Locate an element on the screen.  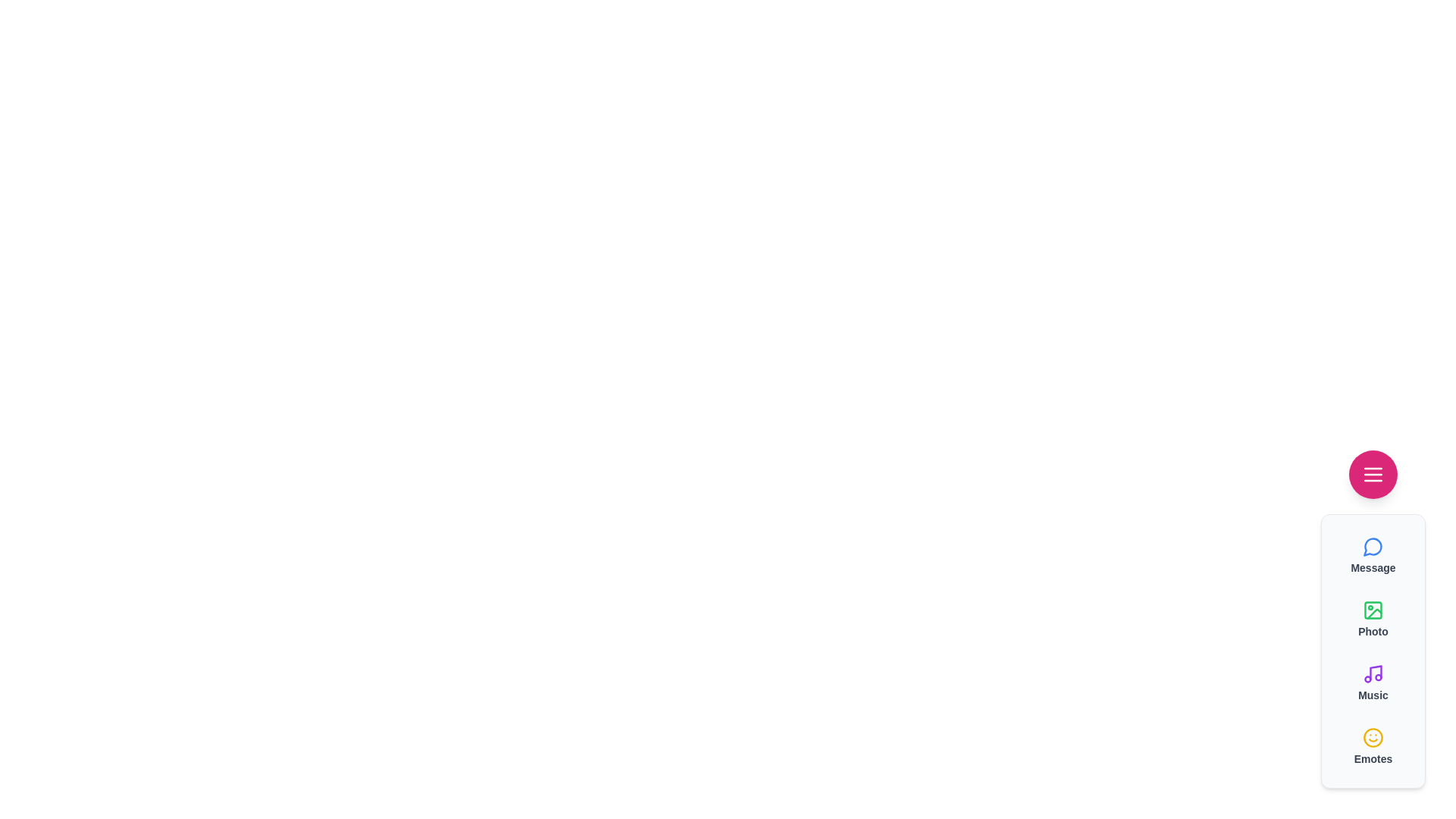
the 'Photo' button is located at coordinates (1373, 620).